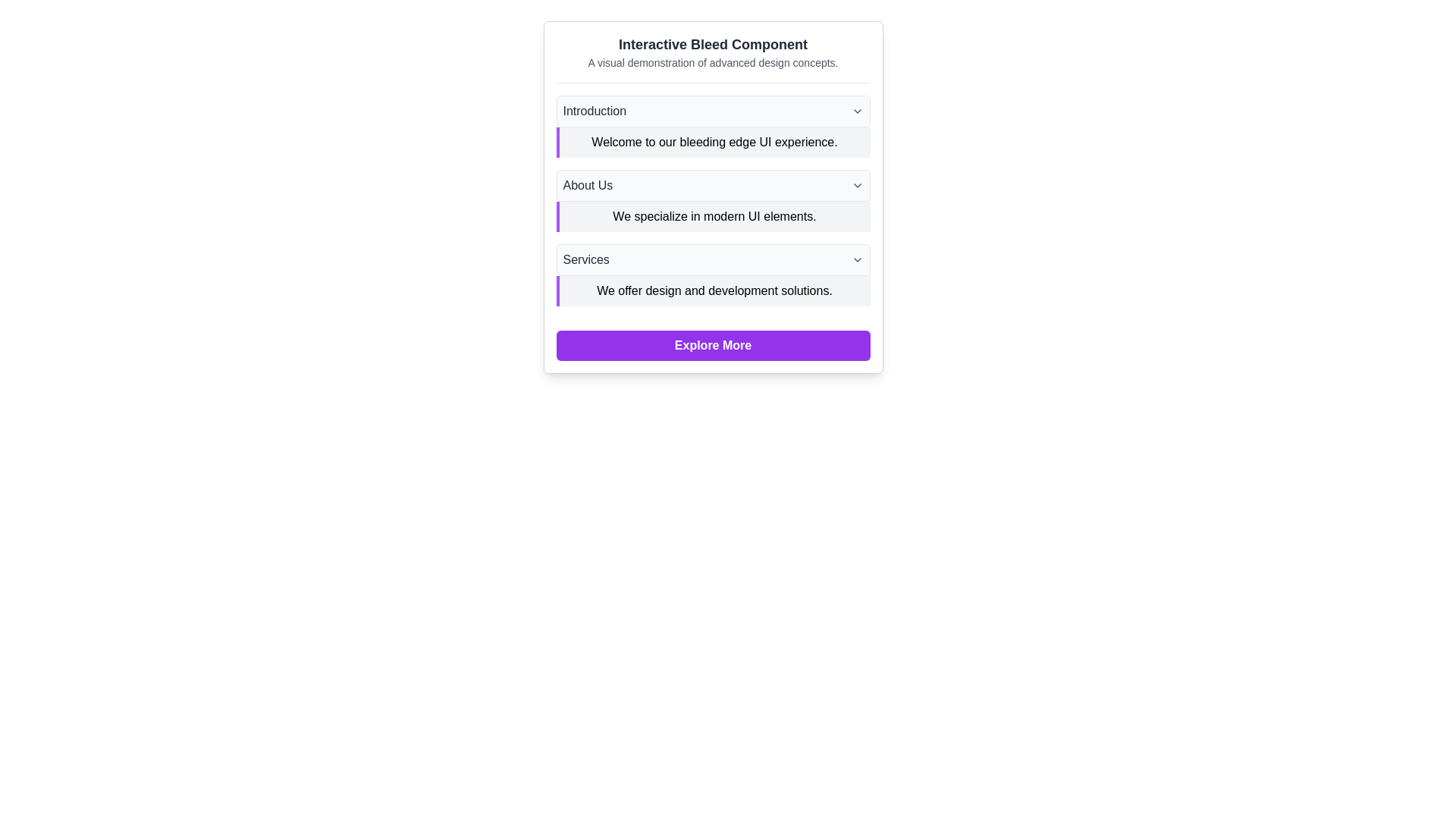 The height and width of the screenshot is (819, 1456). What do you see at coordinates (712, 58) in the screenshot?
I see `the text block with the heading 'Interactive Bleed Component' and the description 'A visual demonstration of advanced design concepts'` at bounding box center [712, 58].